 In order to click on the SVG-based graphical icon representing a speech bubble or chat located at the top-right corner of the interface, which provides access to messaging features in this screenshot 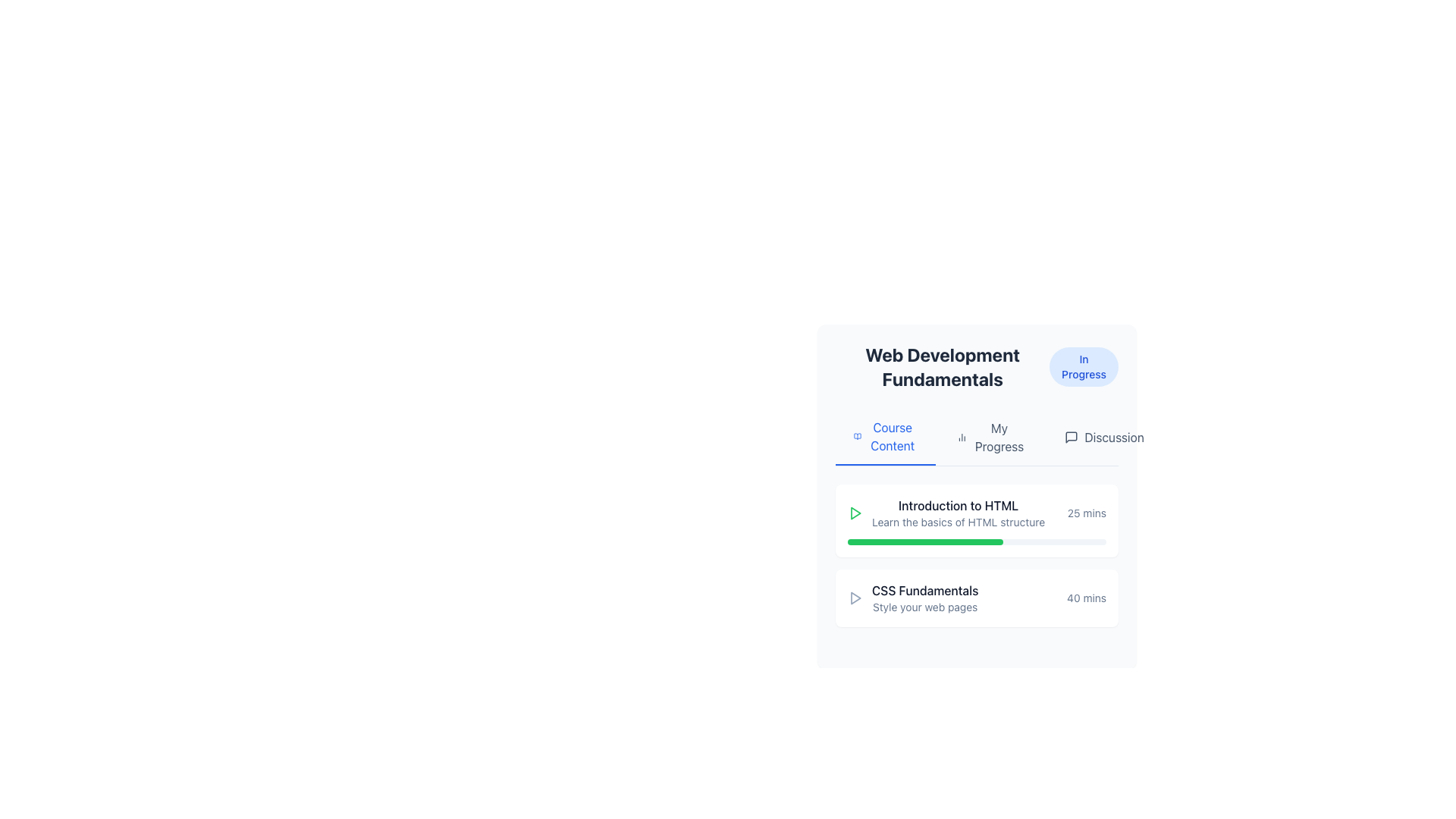, I will do `click(1071, 438)`.